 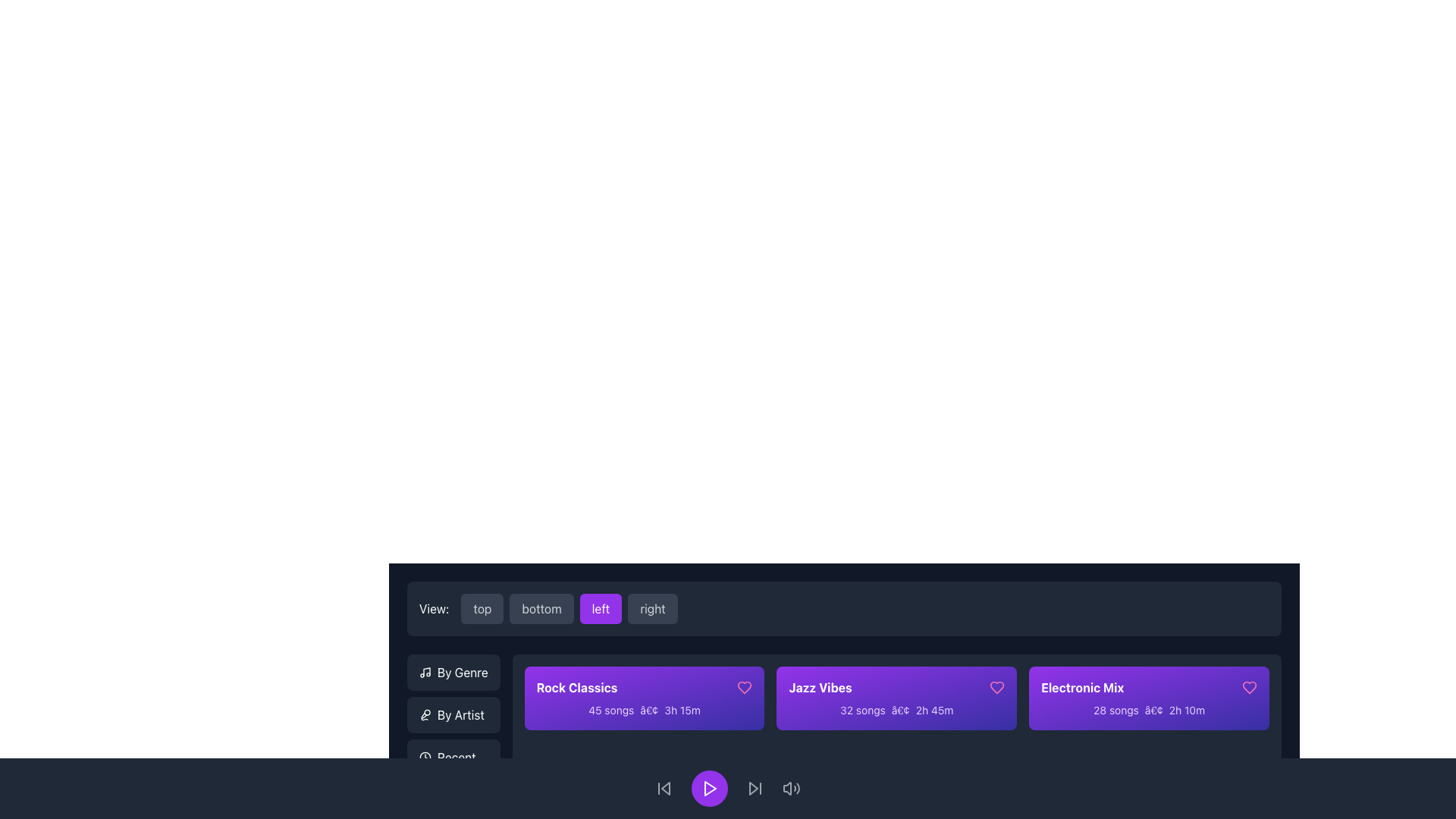 I want to click on the 'bottom' button in the navigation interface to observe the hover effect, so click(x=541, y=607).